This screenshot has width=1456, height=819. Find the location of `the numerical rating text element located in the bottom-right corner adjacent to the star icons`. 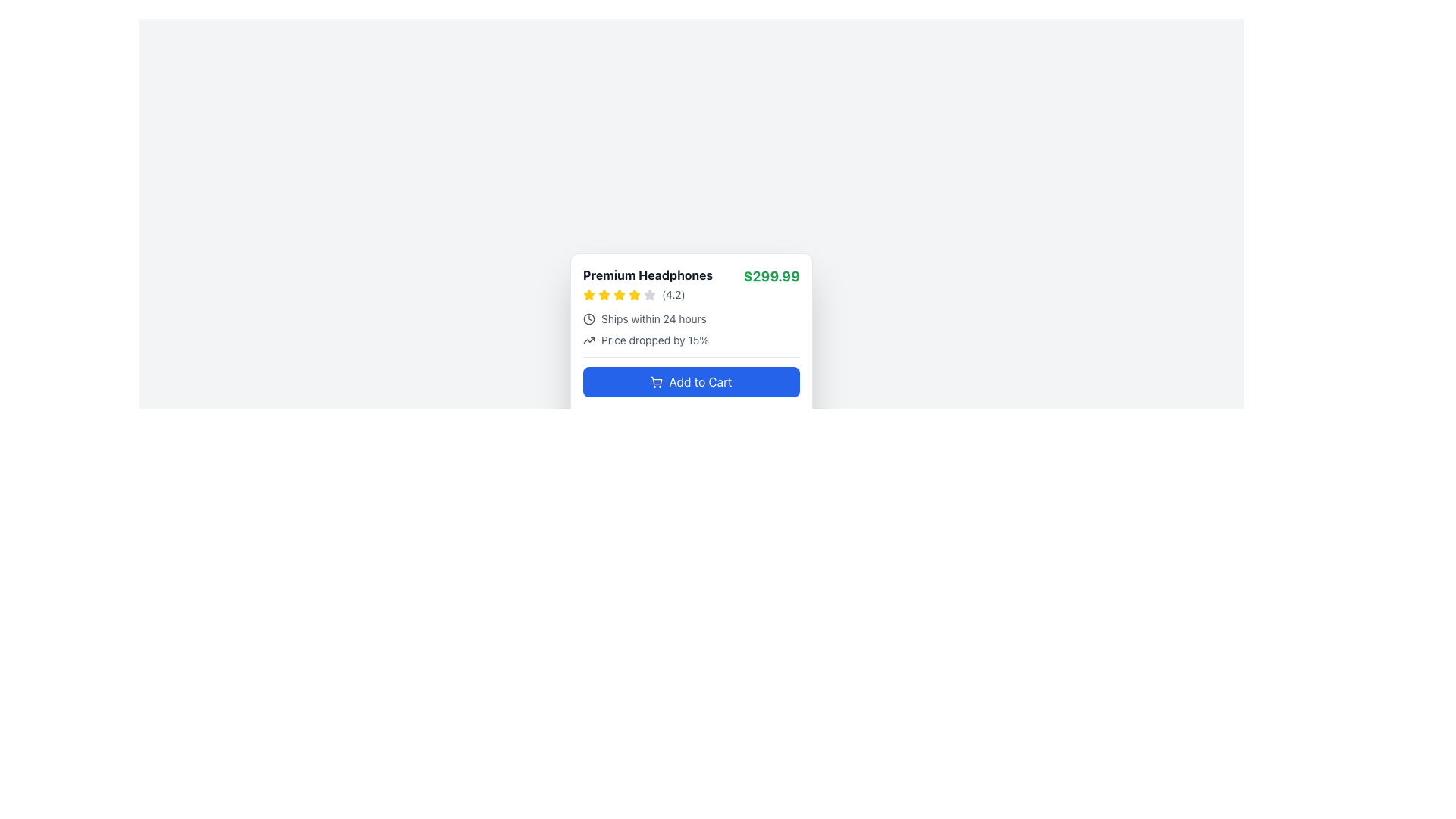

the numerical rating text element located in the bottom-right corner adjacent to the star icons is located at coordinates (673, 295).